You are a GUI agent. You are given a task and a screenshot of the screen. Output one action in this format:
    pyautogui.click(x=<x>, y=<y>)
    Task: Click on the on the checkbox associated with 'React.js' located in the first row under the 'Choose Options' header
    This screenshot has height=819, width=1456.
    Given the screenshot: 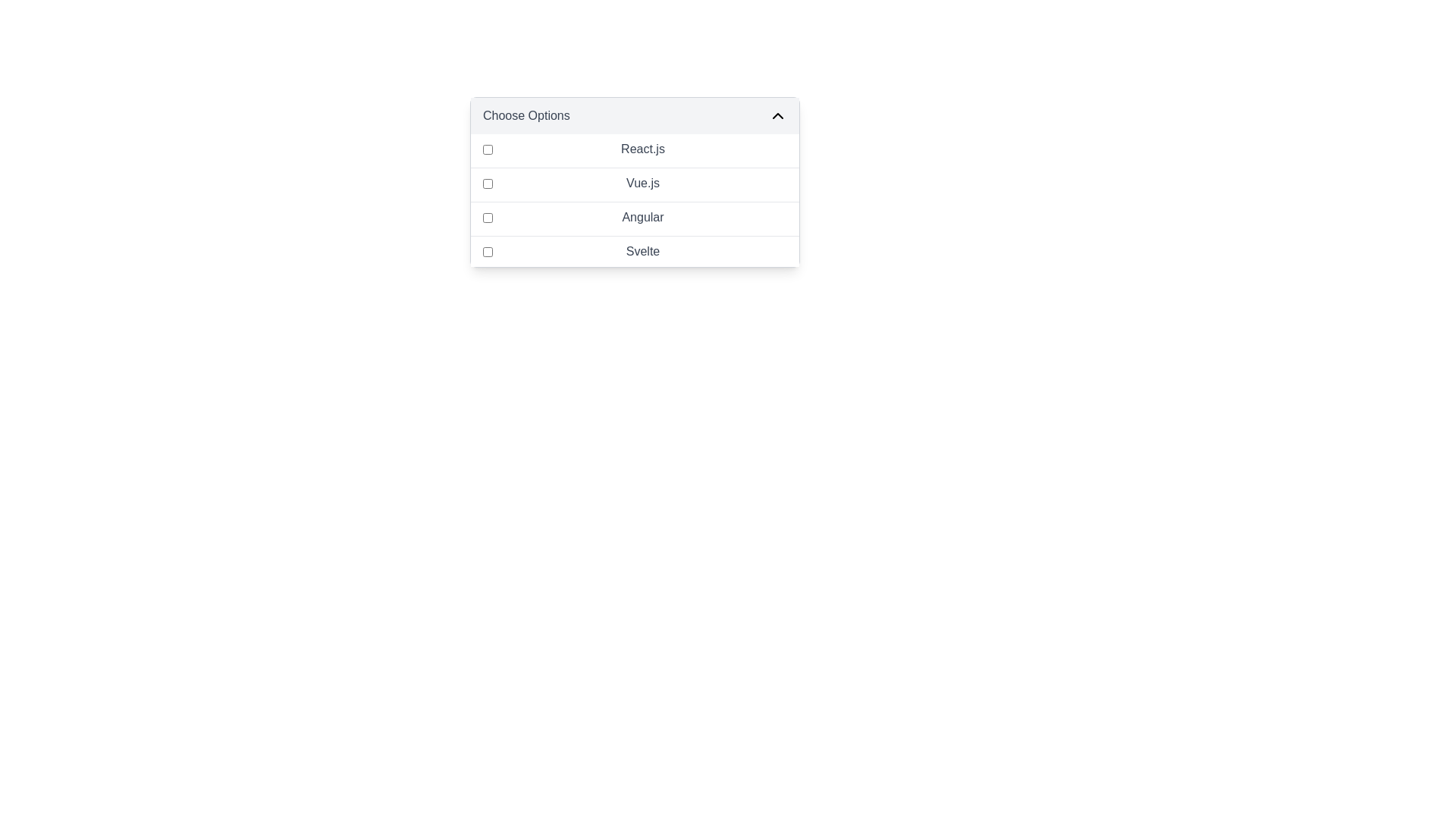 What is the action you would take?
    pyautogui.click(x=488, y=149)
    